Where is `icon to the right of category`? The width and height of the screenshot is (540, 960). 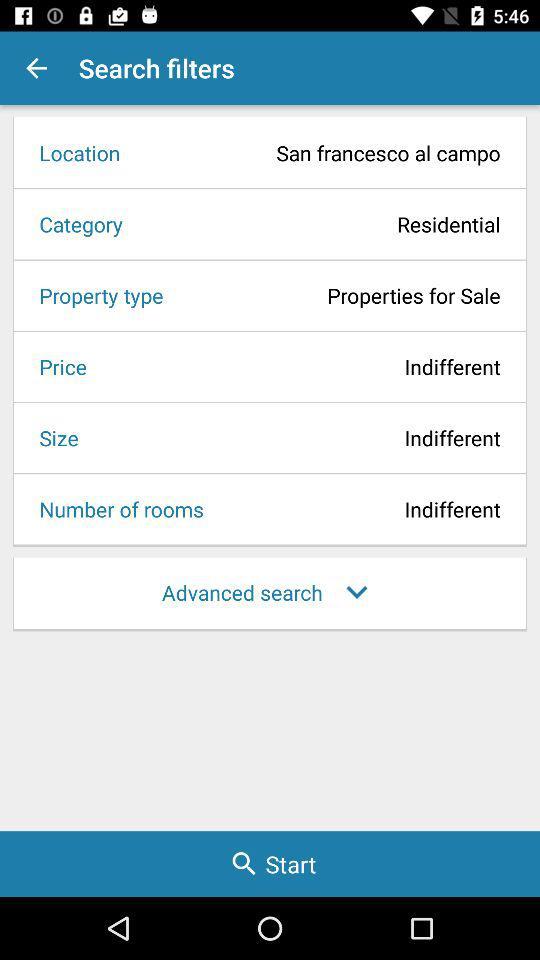
icon to the right of category is located at coordinates (318, 224).